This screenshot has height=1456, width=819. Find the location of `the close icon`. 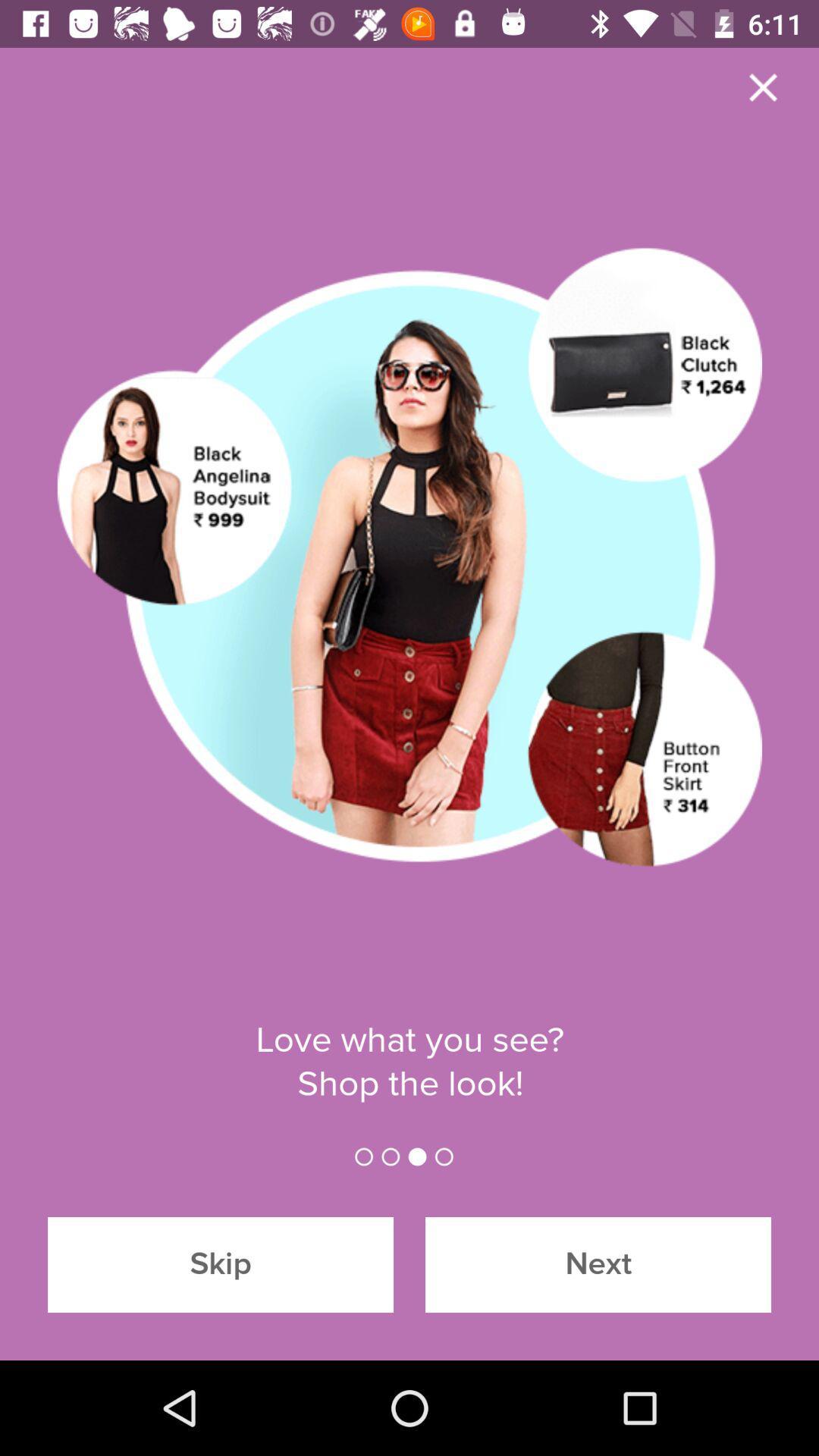

the close icon is located at coordinates (763, 86).